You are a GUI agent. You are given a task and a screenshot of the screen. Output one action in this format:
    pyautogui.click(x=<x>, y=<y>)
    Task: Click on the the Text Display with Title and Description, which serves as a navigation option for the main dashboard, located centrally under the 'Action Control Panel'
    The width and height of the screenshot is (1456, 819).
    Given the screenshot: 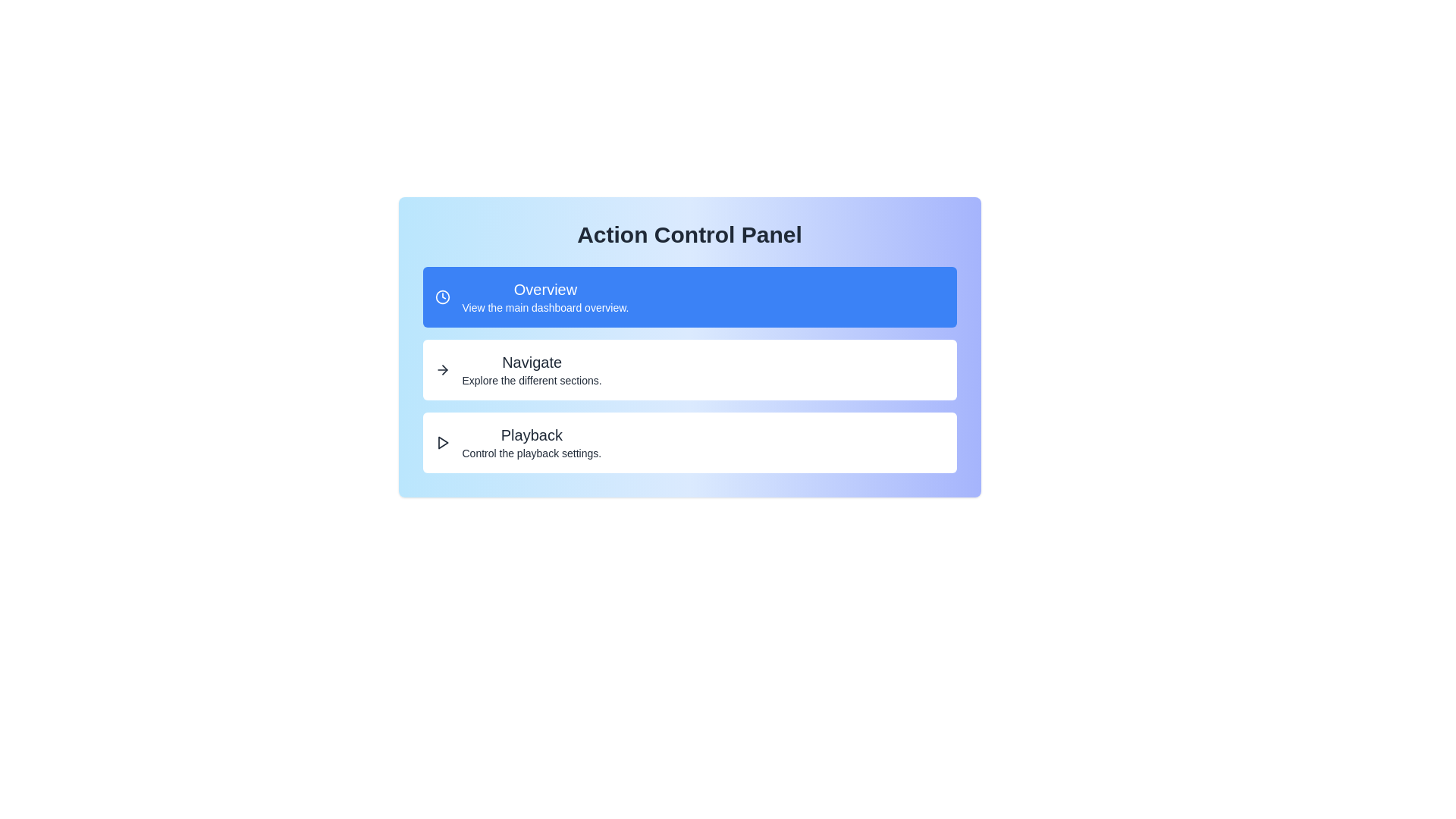 What is the action you would take?
    pyautogui.click(x=545, y=297)
    